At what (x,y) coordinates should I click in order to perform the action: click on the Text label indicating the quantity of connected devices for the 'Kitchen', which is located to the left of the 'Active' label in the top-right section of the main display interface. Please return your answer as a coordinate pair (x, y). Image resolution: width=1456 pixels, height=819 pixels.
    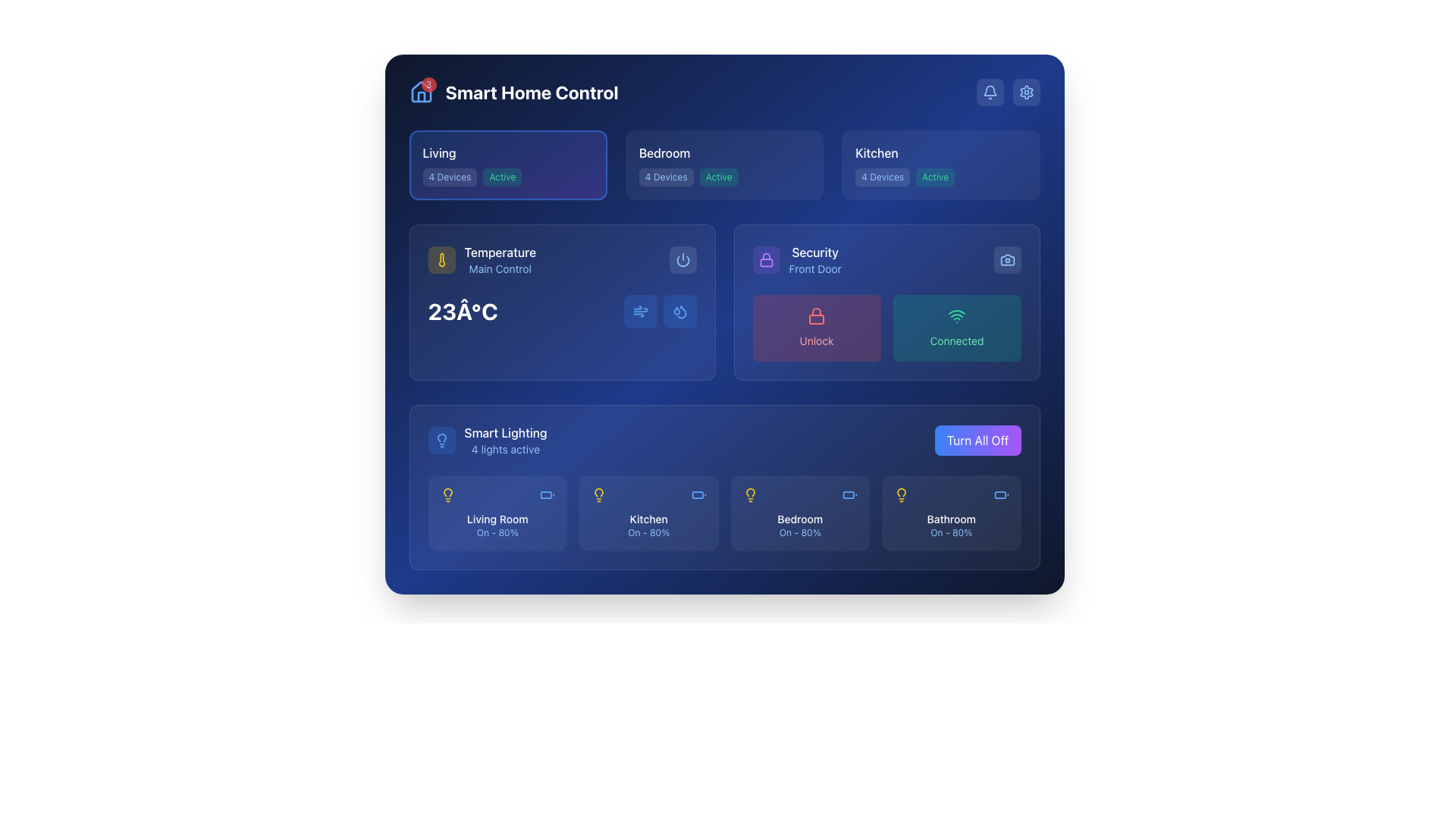
    Looking at the image, I should click on (883, 177).